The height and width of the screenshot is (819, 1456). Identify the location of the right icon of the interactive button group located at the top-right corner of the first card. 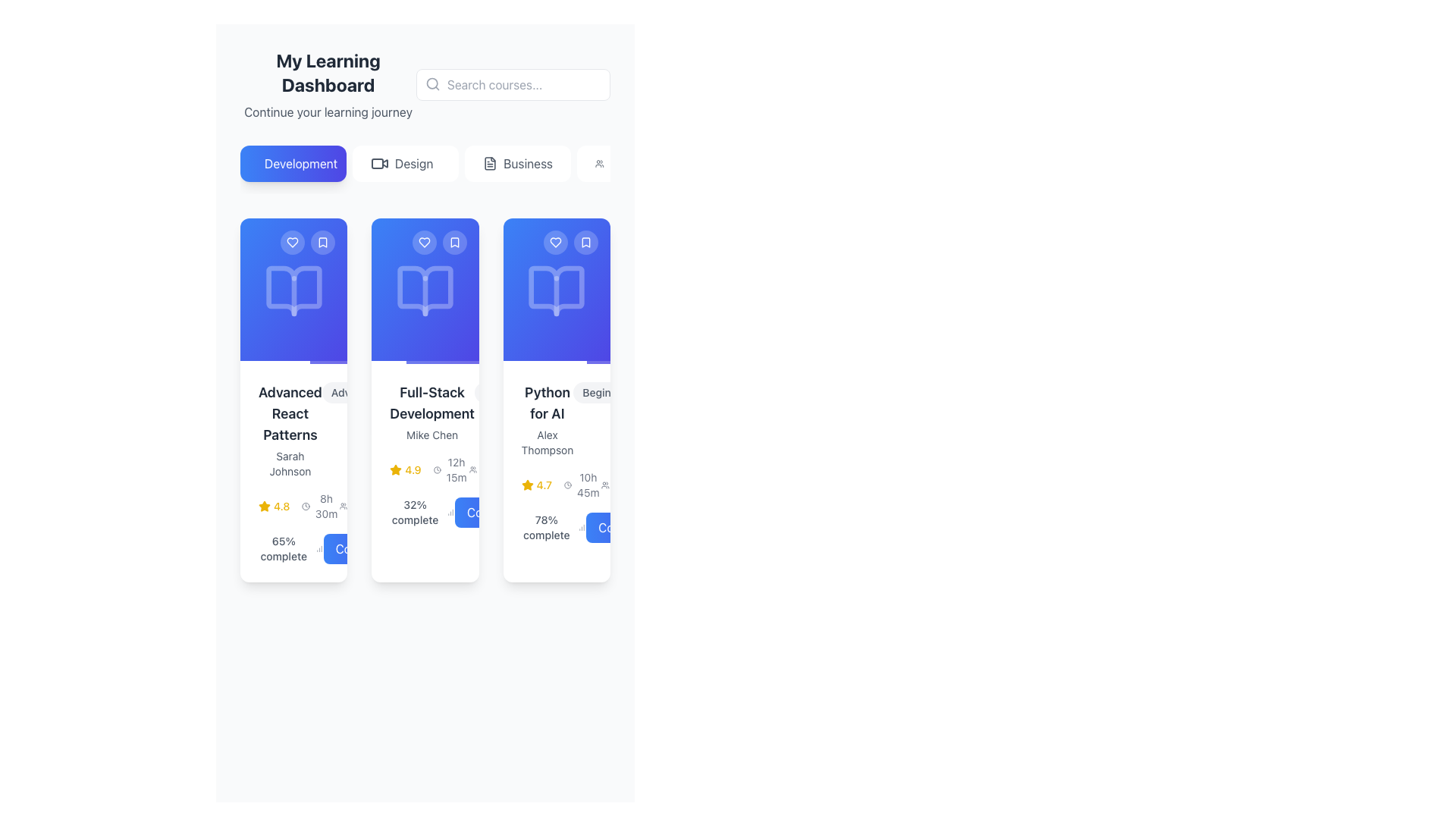
(307, 242).